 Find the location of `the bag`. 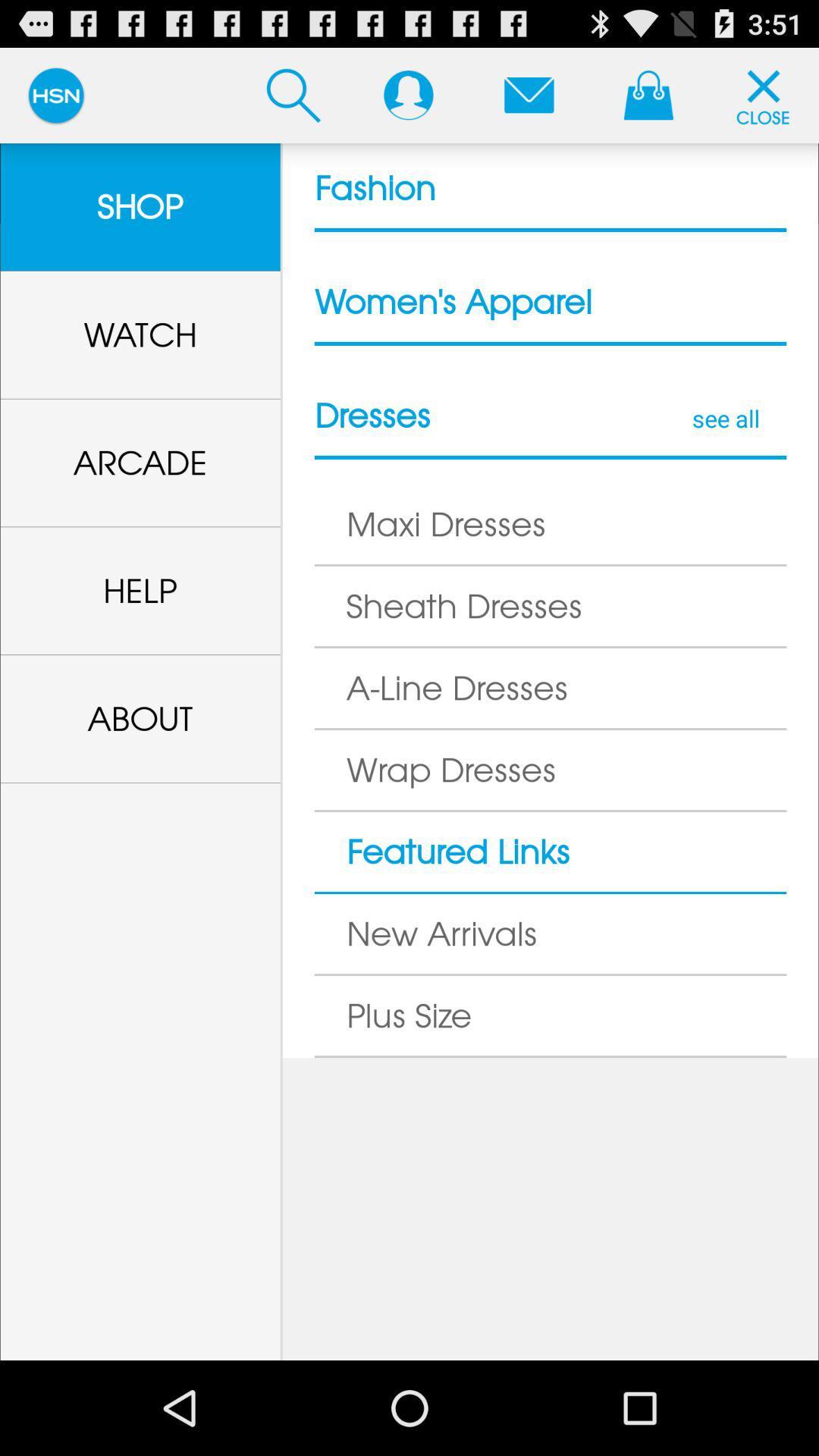

the bag is located at coordinates (648, 94).